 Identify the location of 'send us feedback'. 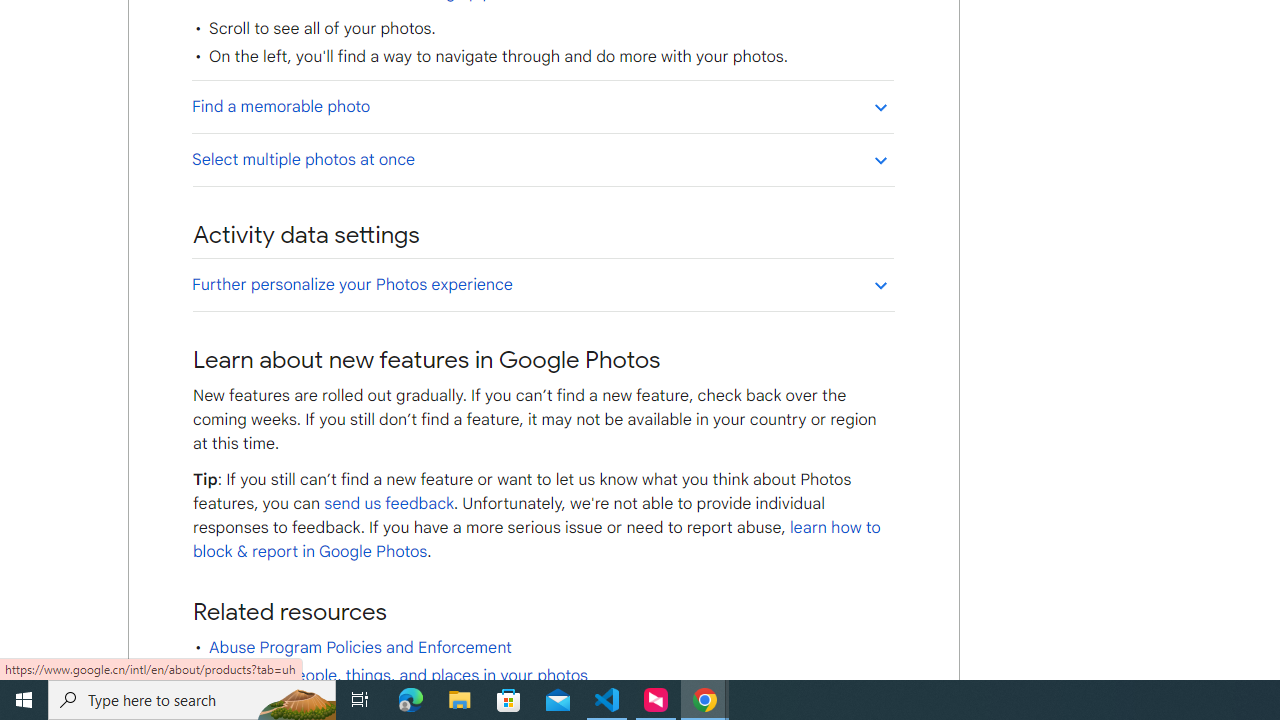
(389, 502).